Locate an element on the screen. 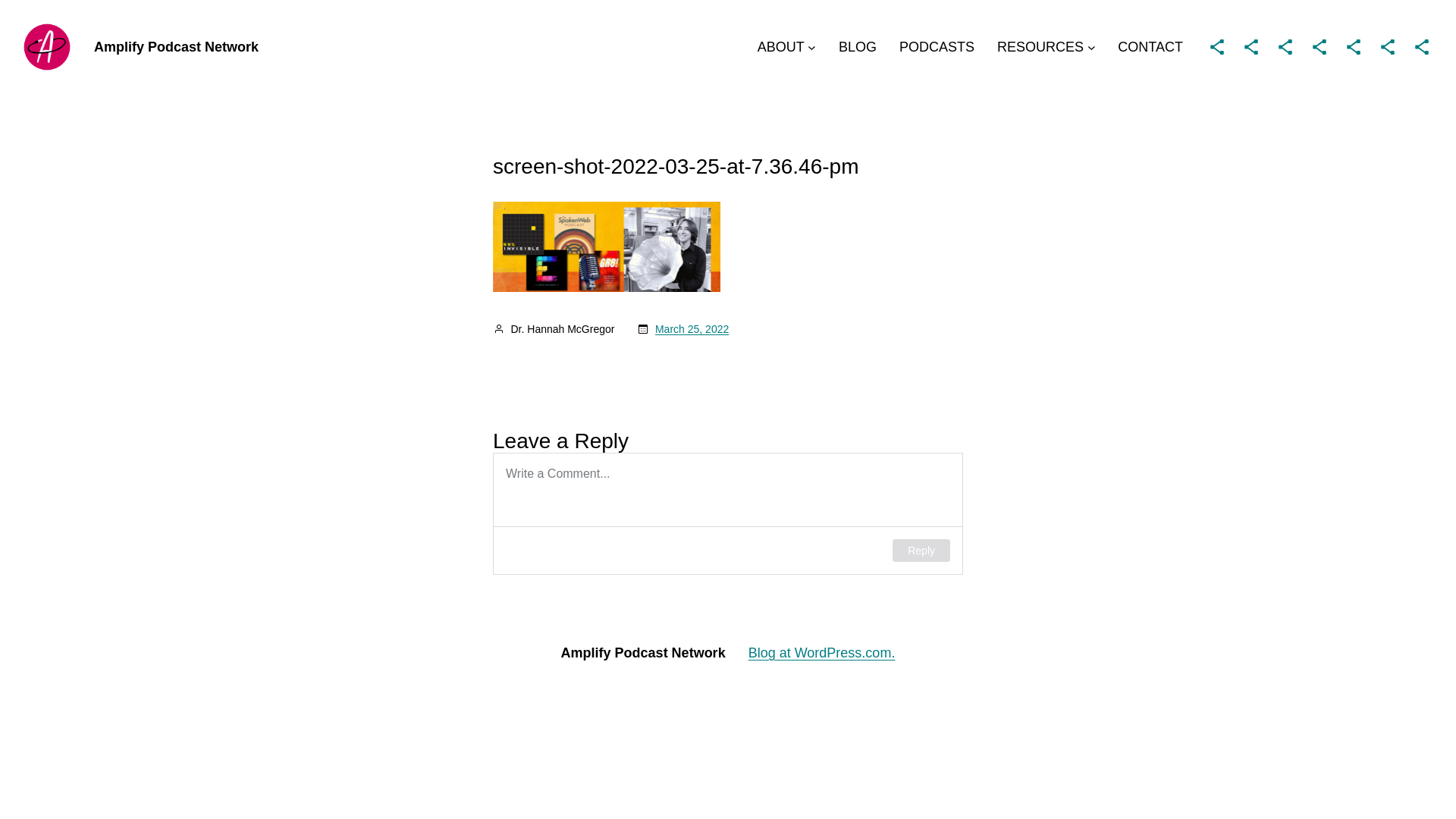 This screenshot has height=819, width=1456. 'Share Icon' is located at coordinates (1251, 45).